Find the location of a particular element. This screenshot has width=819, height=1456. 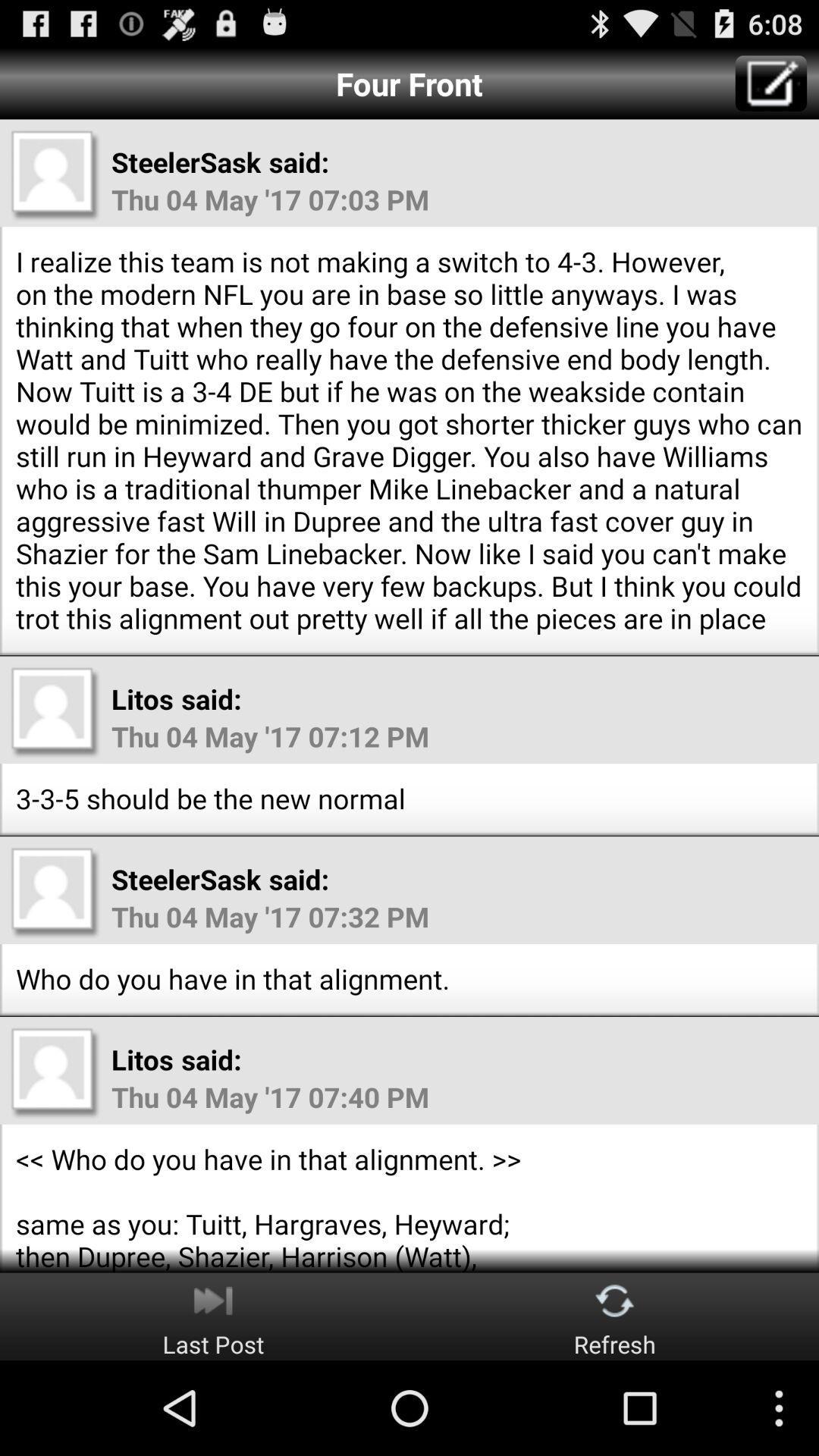

user info is located at coordinates (55, 711).